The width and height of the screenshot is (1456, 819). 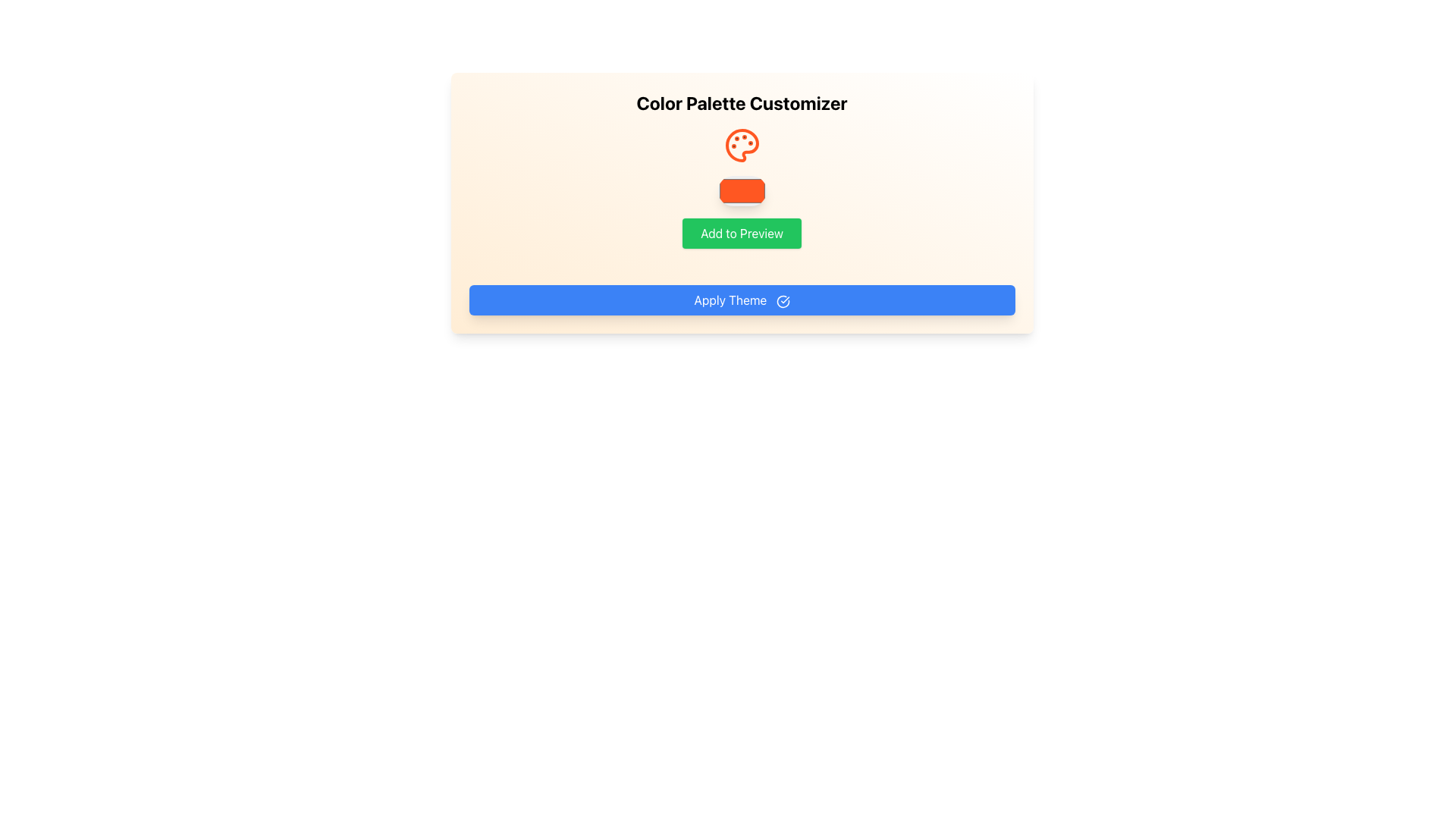 What do you see at coordinates (742, 234) in the screenshot?
I see `the 'Add to Preview' button` at bounding box center [742, 234].